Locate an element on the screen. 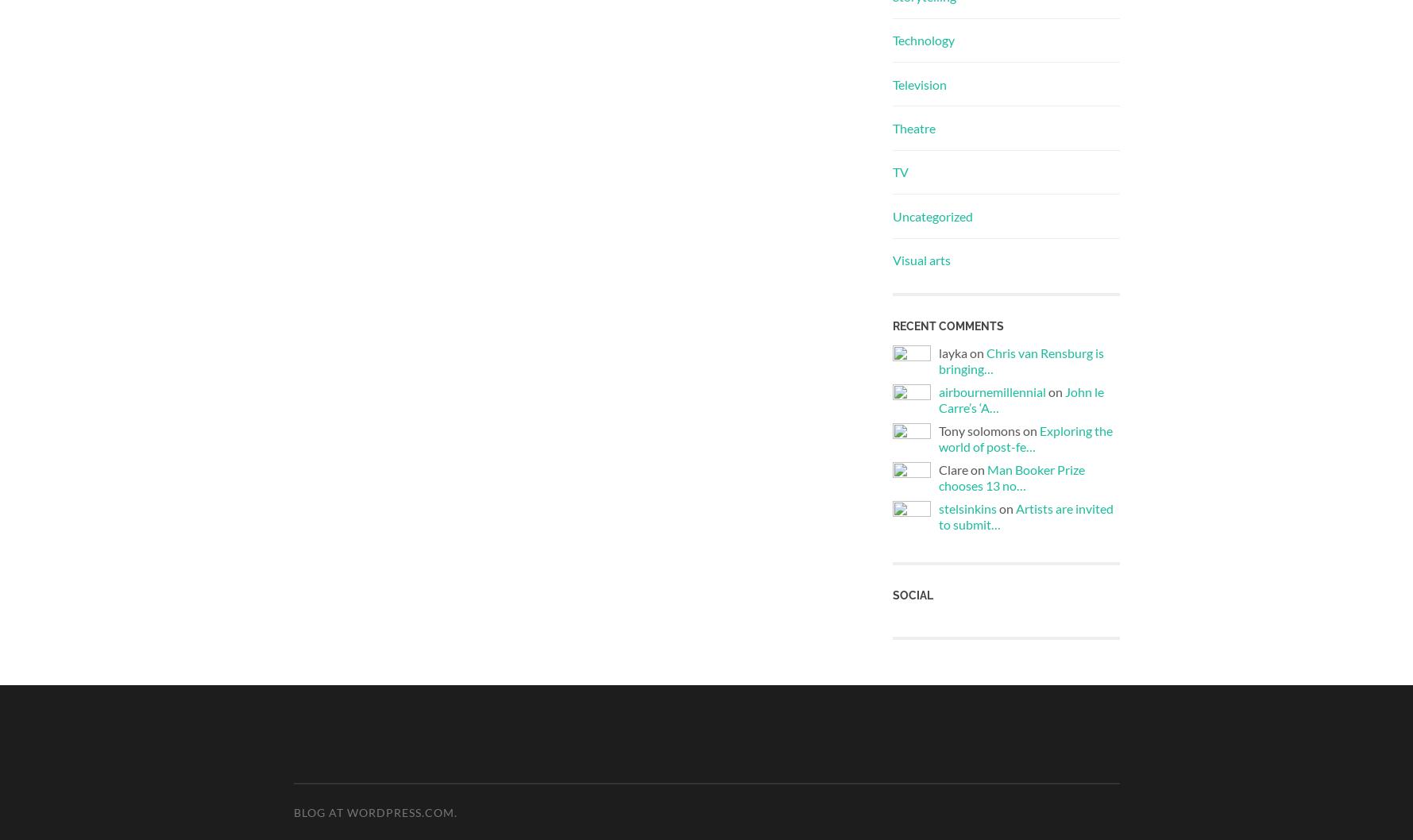 Image resolution: width=1413 pixels, height=840 pixels. 'Visual arts' is located at coordinates (921, 259).